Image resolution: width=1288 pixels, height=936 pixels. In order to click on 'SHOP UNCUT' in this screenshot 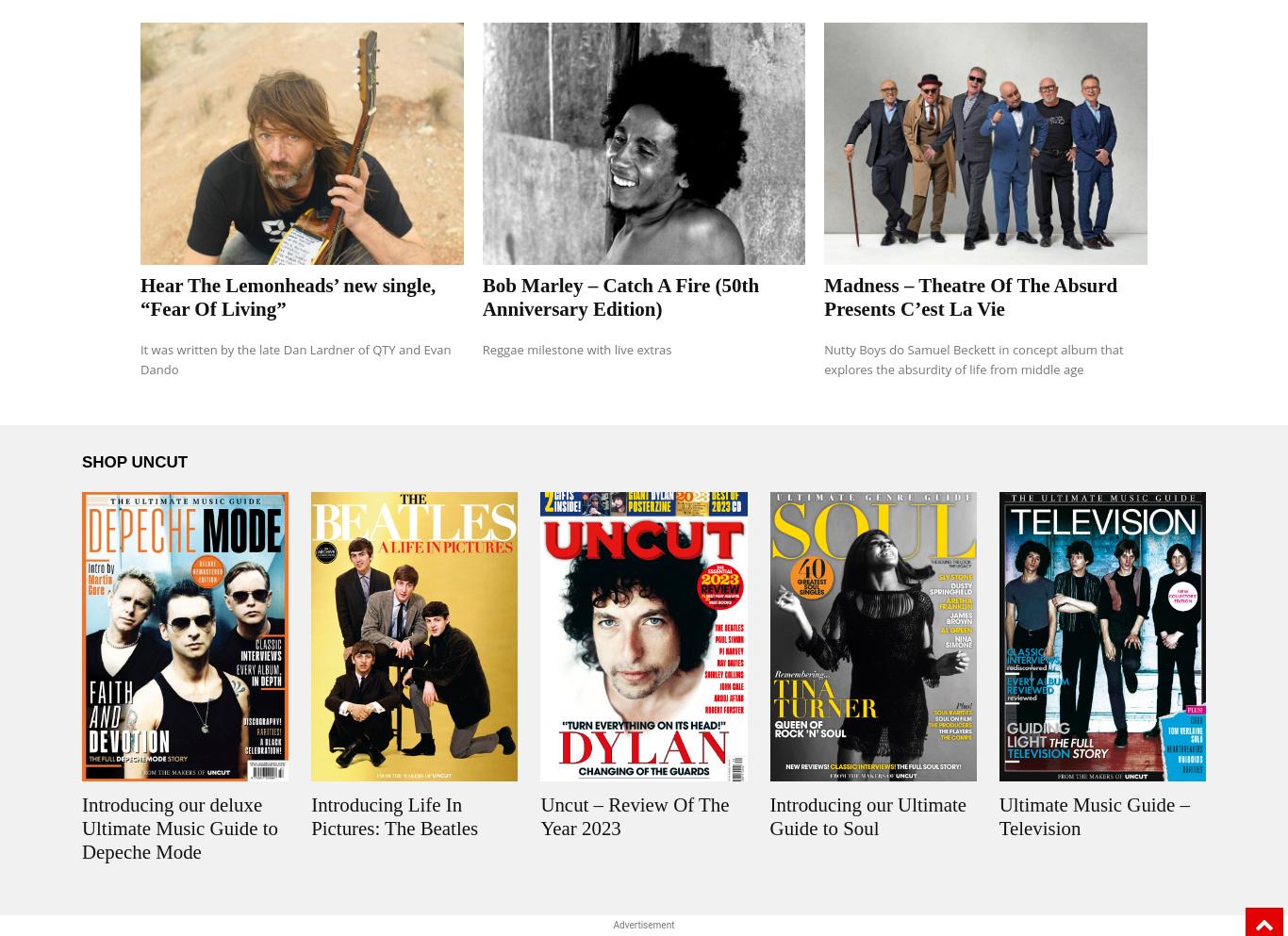, I will do `click(134, 461)`.